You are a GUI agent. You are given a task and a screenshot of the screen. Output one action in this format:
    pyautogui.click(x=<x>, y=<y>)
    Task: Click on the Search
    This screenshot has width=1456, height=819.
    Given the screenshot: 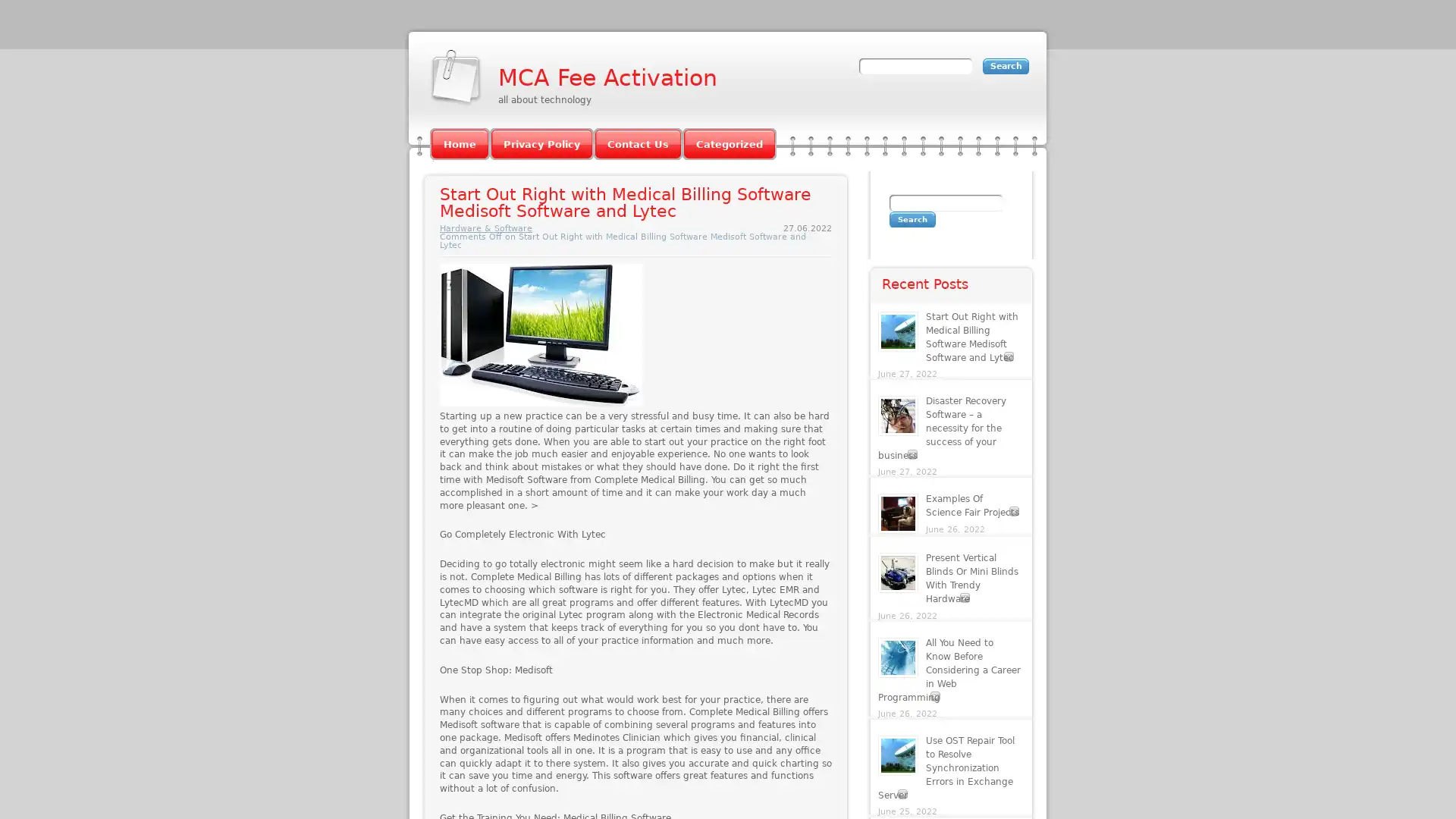 What is the action you would take?
    pyautogui.click(x=912, y=219)
    